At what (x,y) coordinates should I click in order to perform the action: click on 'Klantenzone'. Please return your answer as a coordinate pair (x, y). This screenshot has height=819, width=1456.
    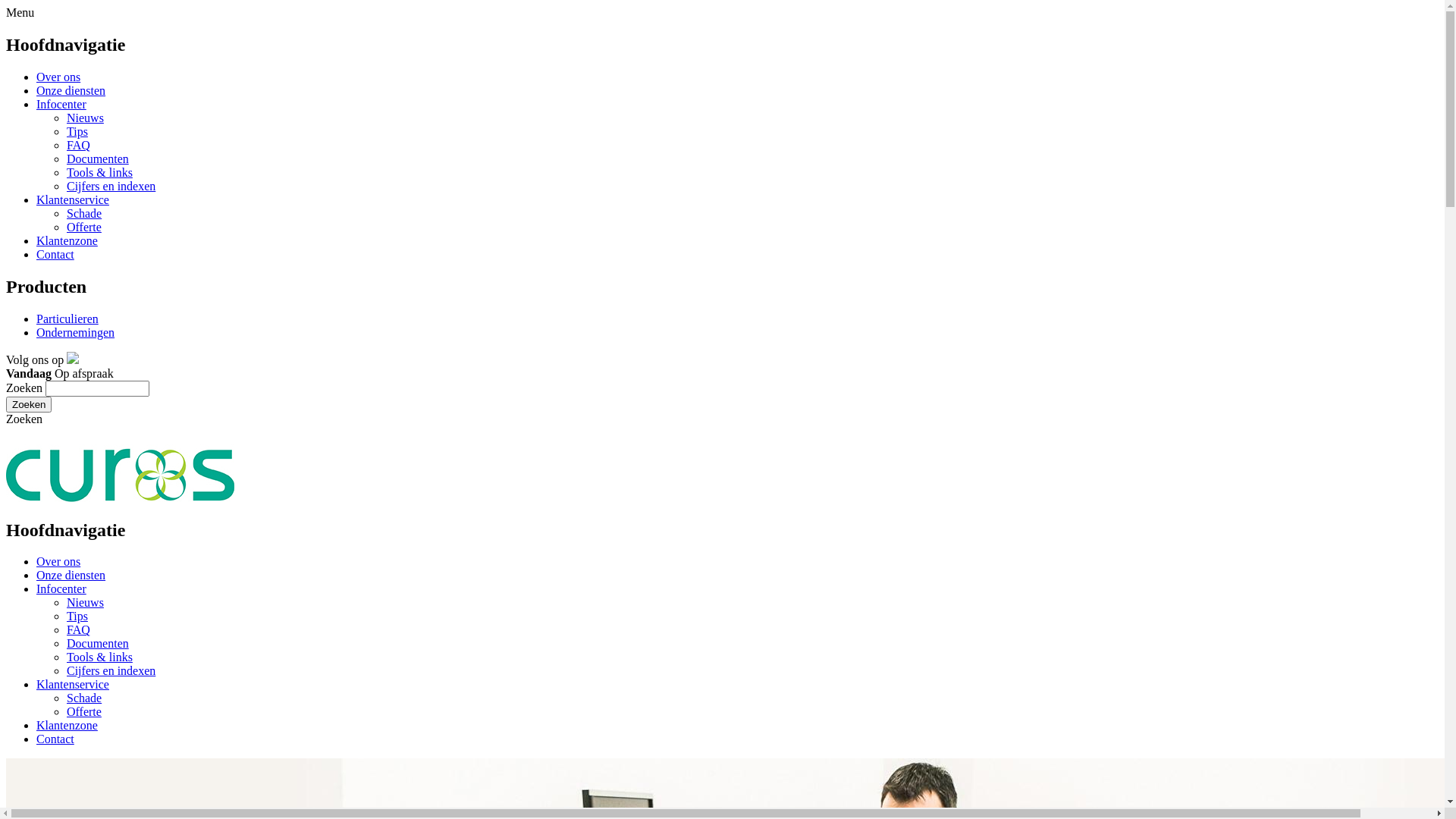
    Looking at the image, I should click on (66, 240).